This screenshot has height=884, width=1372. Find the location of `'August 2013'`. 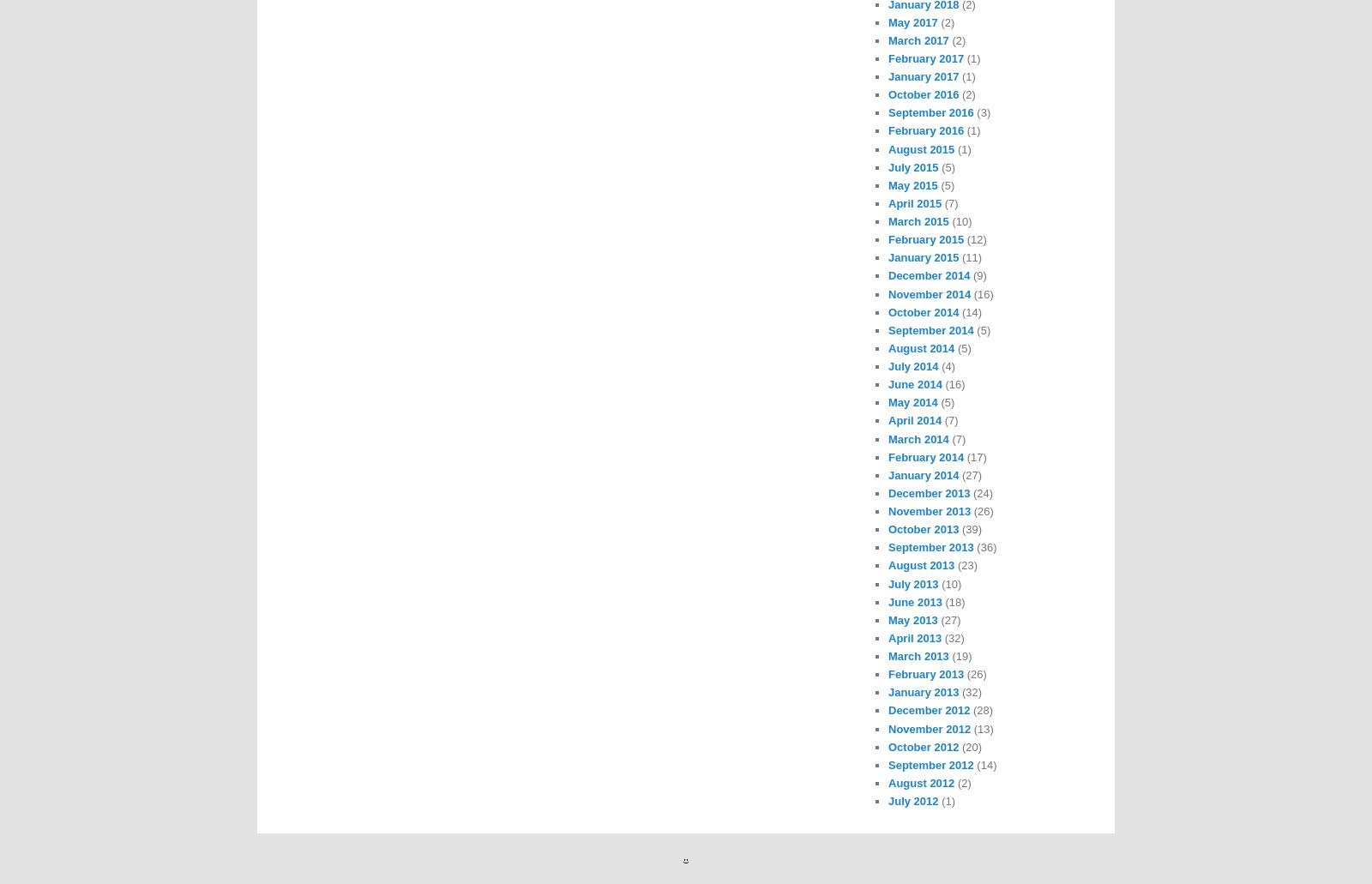

'August 2013' is located at coordinates (921, 565).